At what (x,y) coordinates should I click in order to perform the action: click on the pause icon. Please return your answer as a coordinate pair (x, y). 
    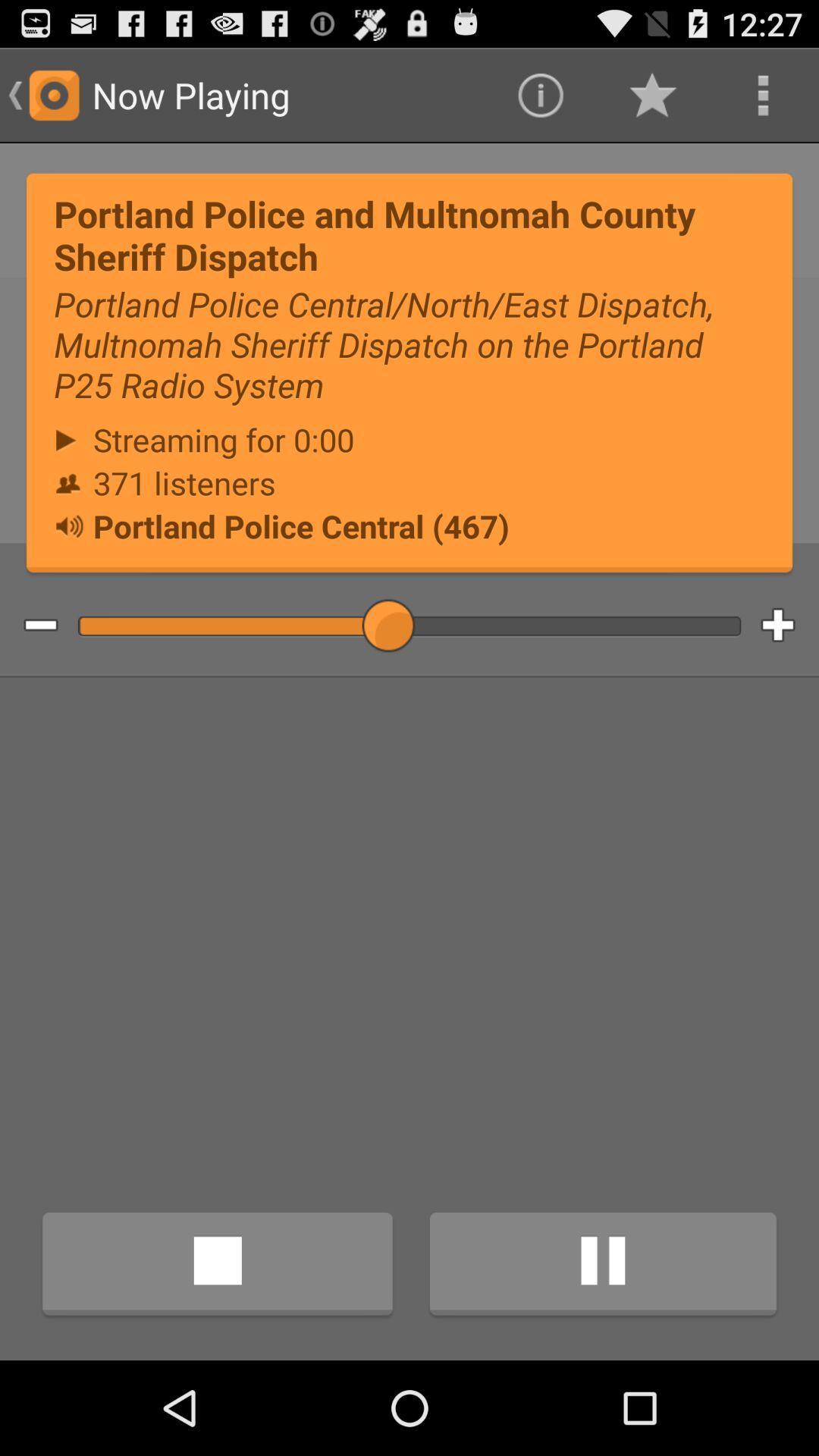
    Looking at the image, I should click on (602, 1355).